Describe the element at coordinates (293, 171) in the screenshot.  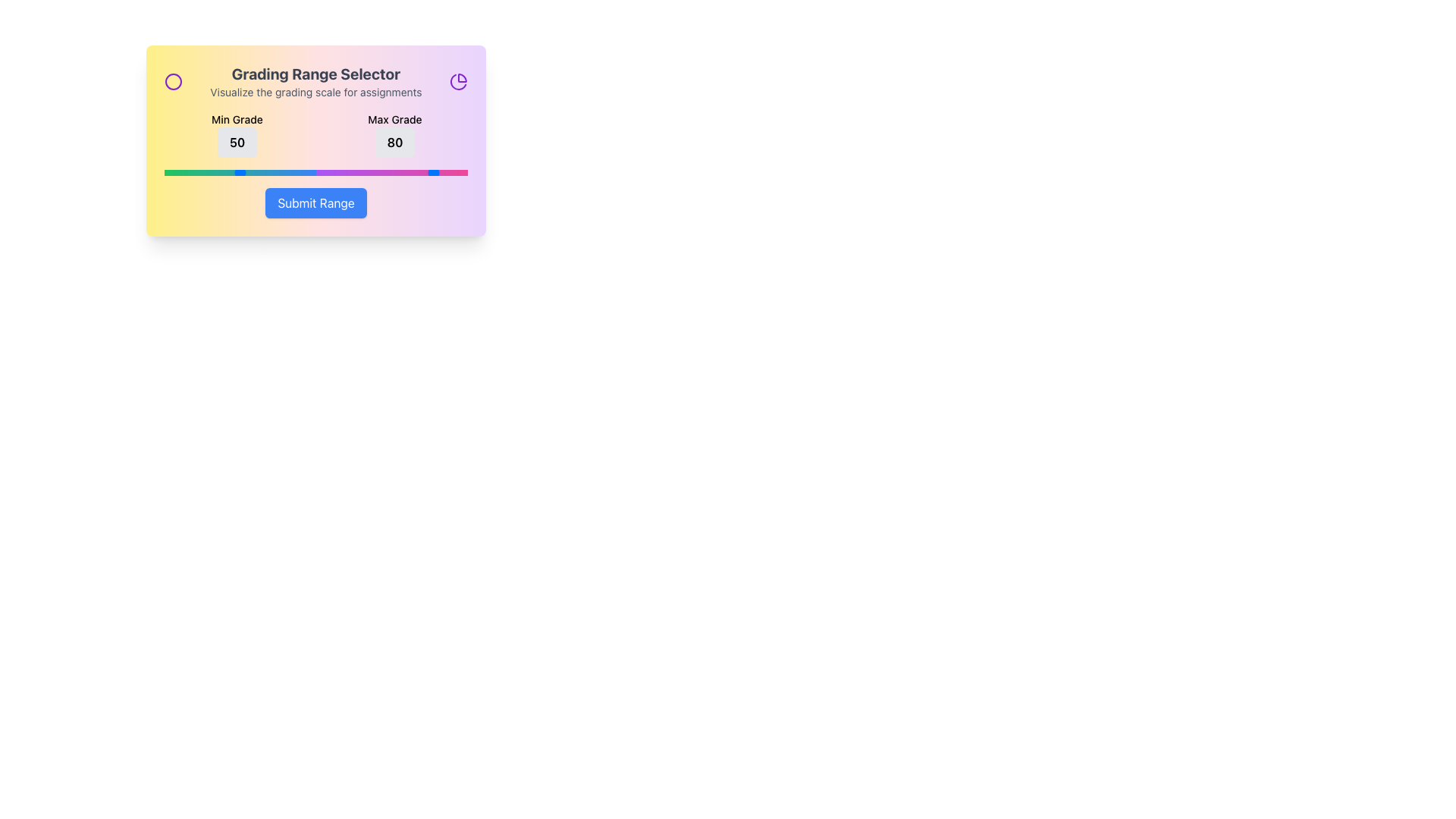
I see `the slider value` at that location.